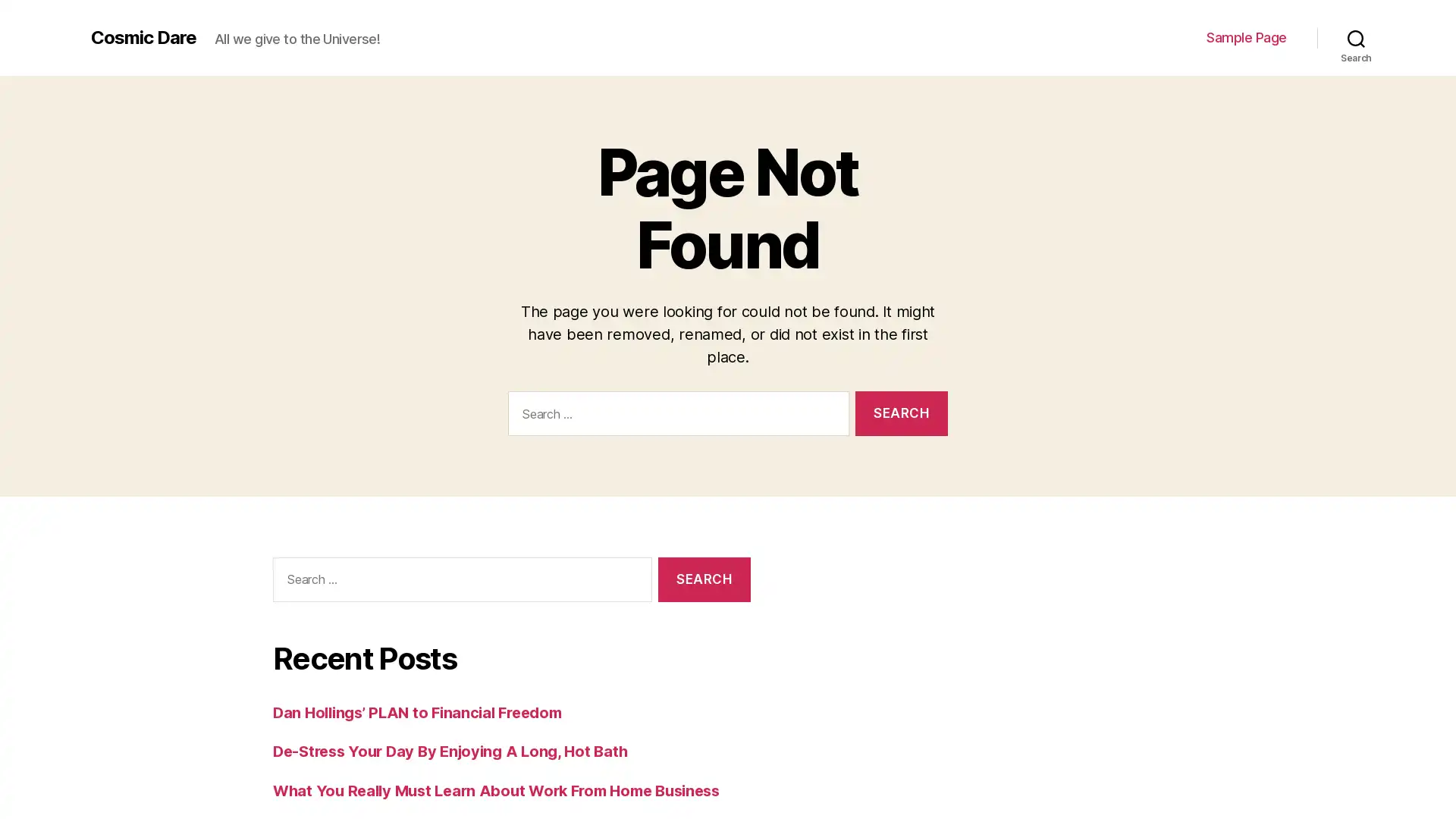 The height and width of the screenshot is (819, 1456). I want to click on Search, so click(1356, 37).